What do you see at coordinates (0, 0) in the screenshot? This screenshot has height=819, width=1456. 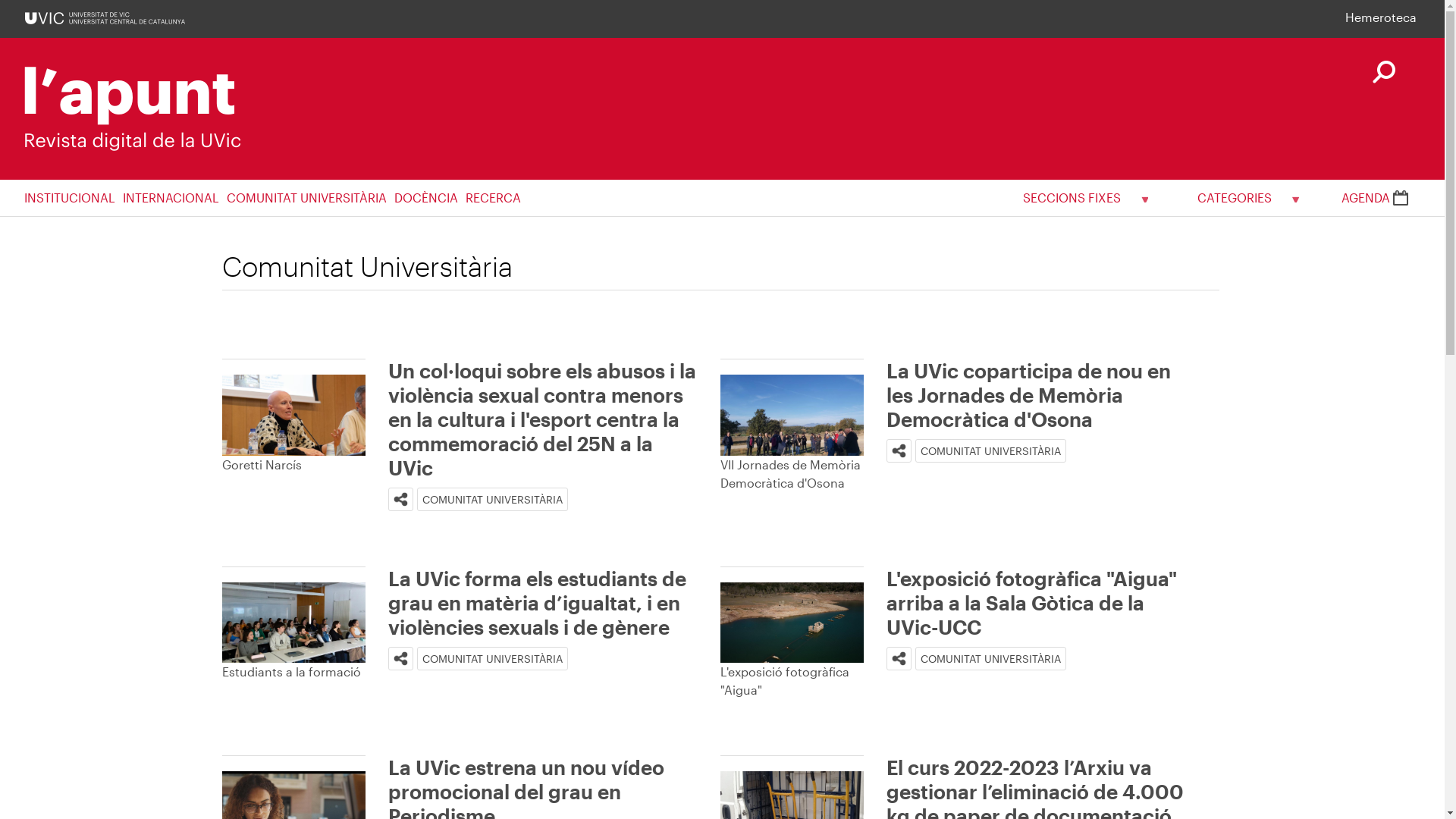 I see `'Skip to main content'` at bounding box center [0, 0].